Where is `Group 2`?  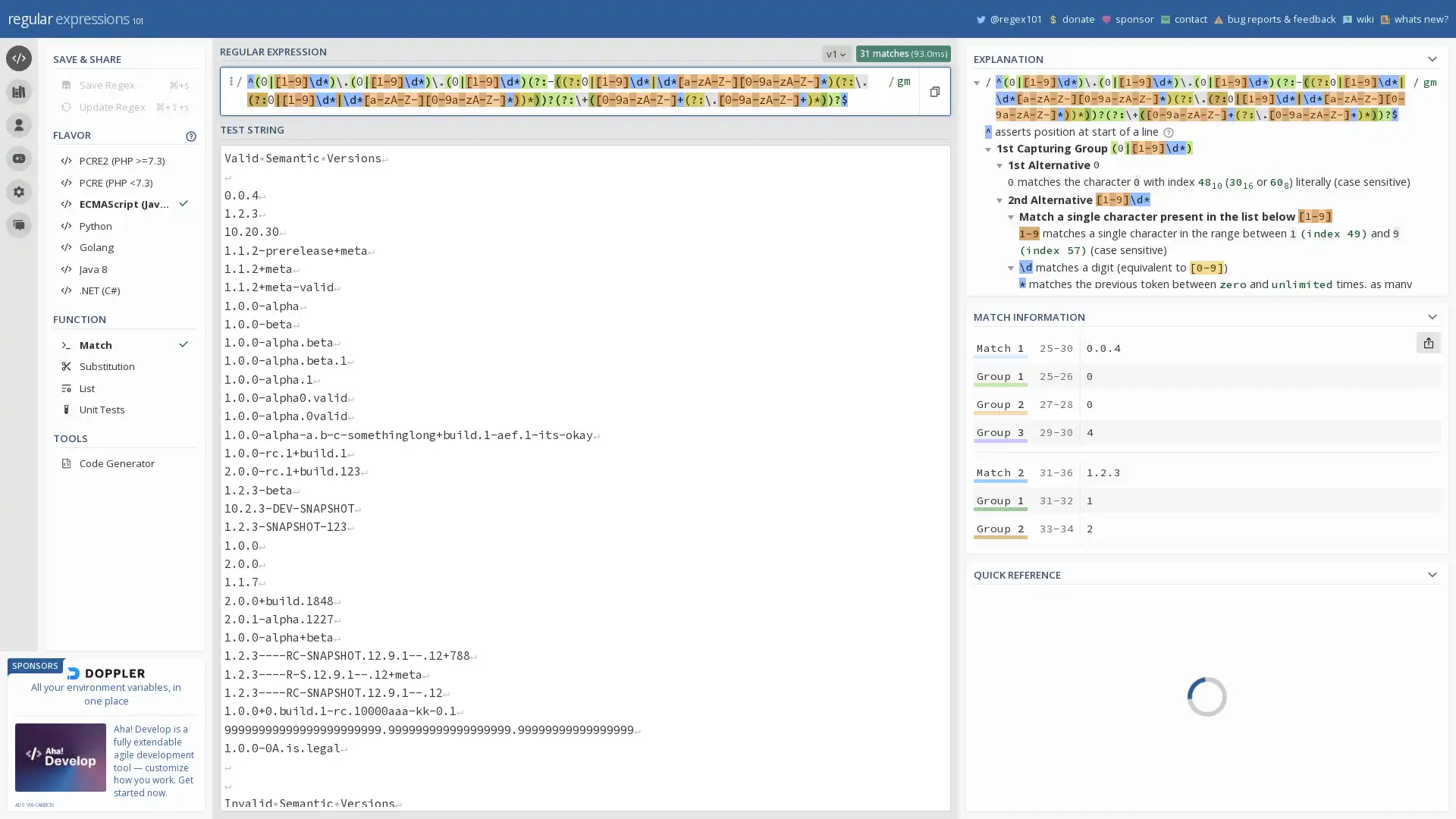 Group 2 is located at coordinates (1000, 777).